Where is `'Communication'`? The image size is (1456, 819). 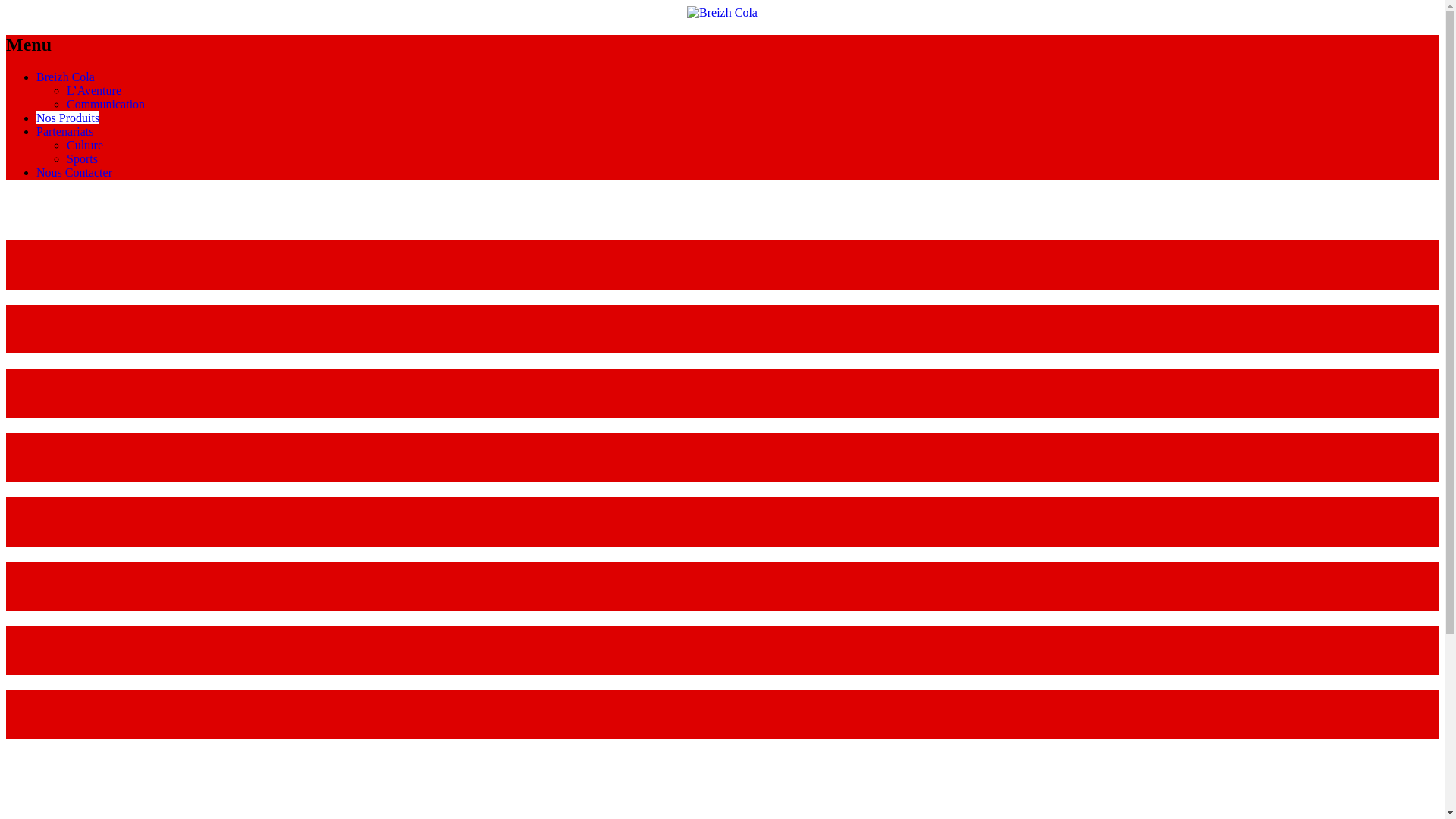 'Communication' is located at coordinates (105, 103).